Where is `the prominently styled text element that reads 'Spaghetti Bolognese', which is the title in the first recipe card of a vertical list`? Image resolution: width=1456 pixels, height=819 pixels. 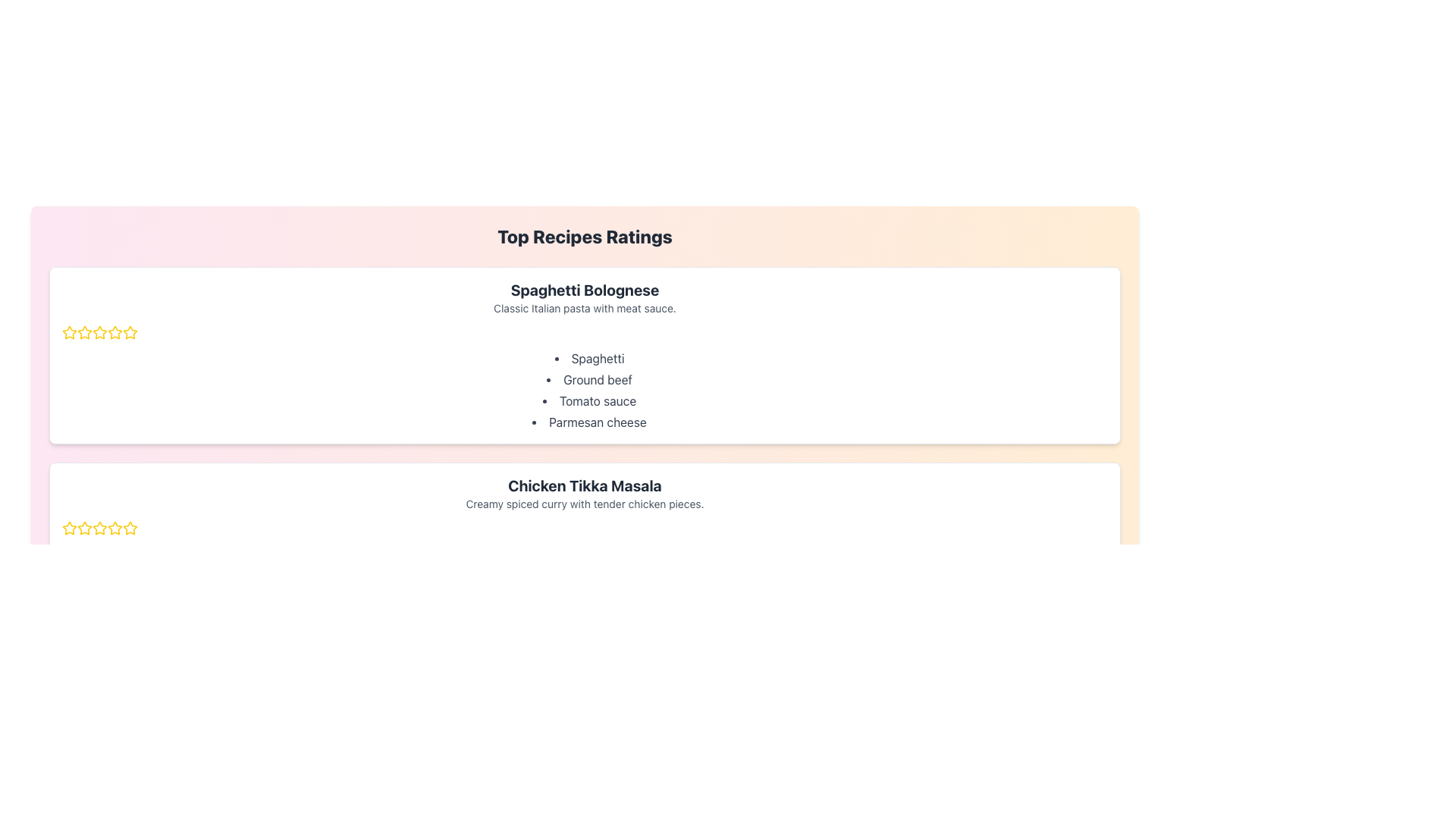
the prominently styled text element that reads 'Spaghetti Bolognese', which is the title in the first recipe card of a vertical list is located at coordinates (584, 290).